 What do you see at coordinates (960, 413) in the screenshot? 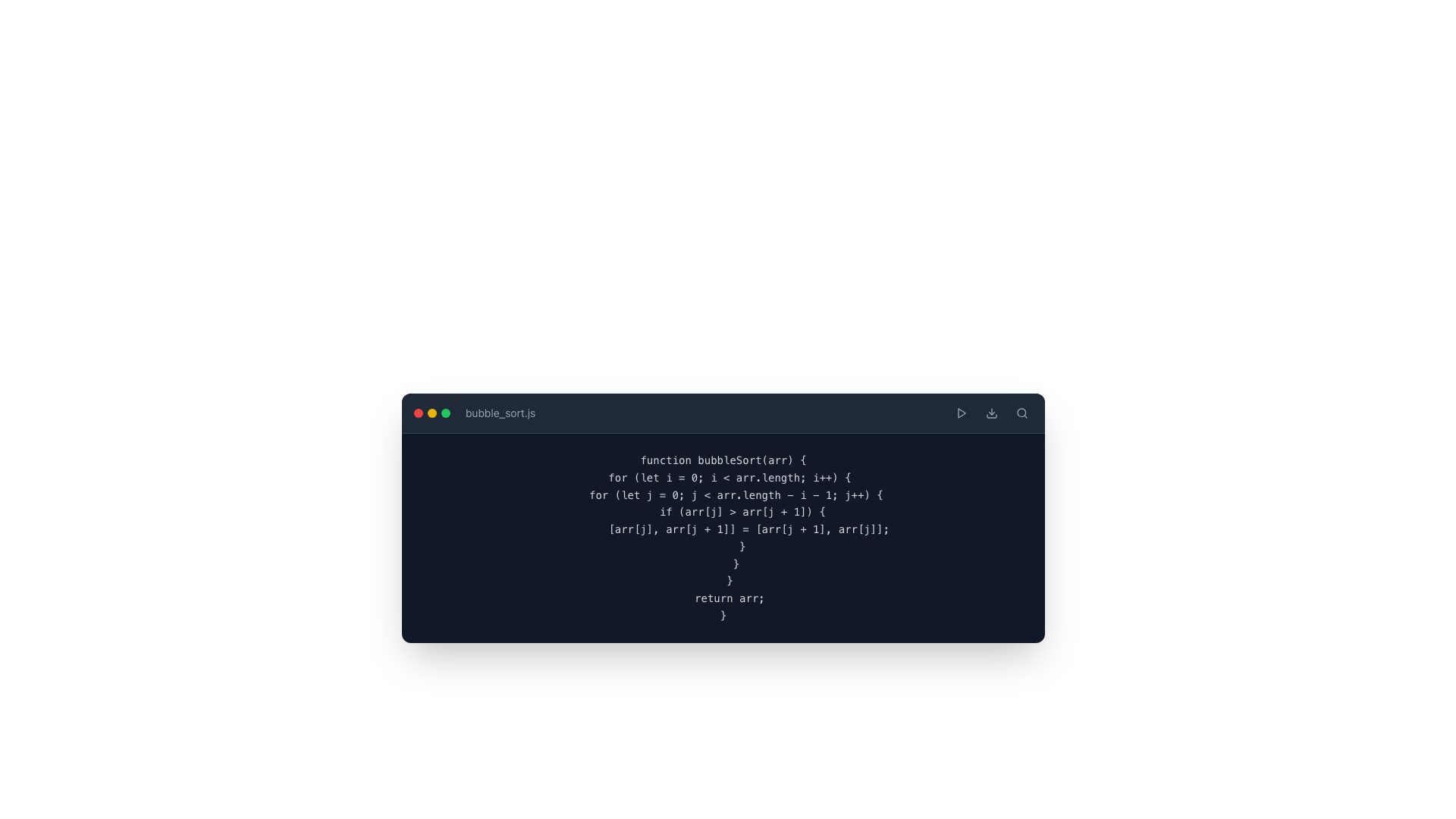
I see `the right-oriented triangular shaped icon in the toolbar at the top right of the application interface` at bounding box center [960, 413].